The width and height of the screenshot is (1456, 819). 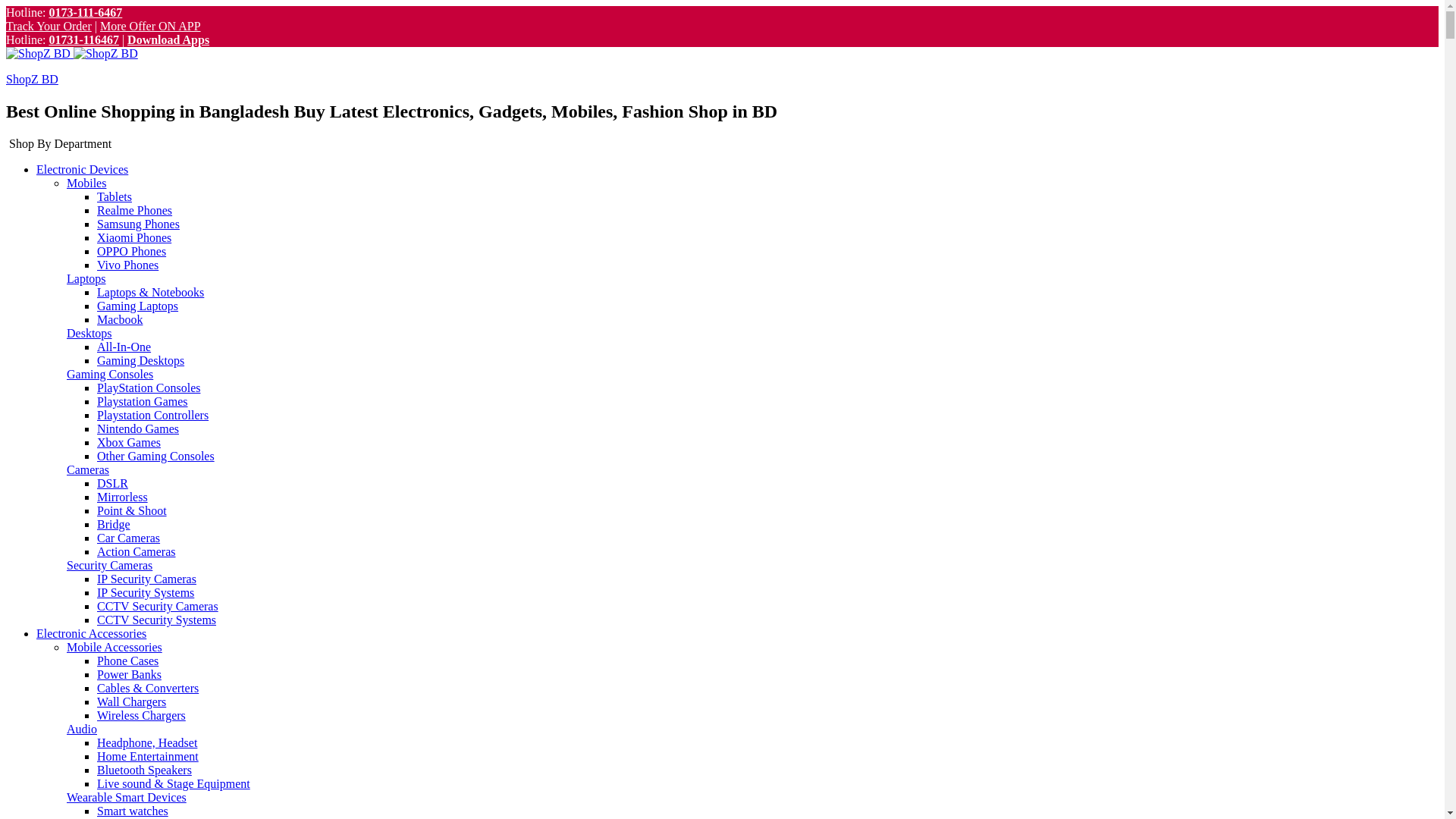 I want to click on 'Gaming Desktops', so click(x=140, y=360).